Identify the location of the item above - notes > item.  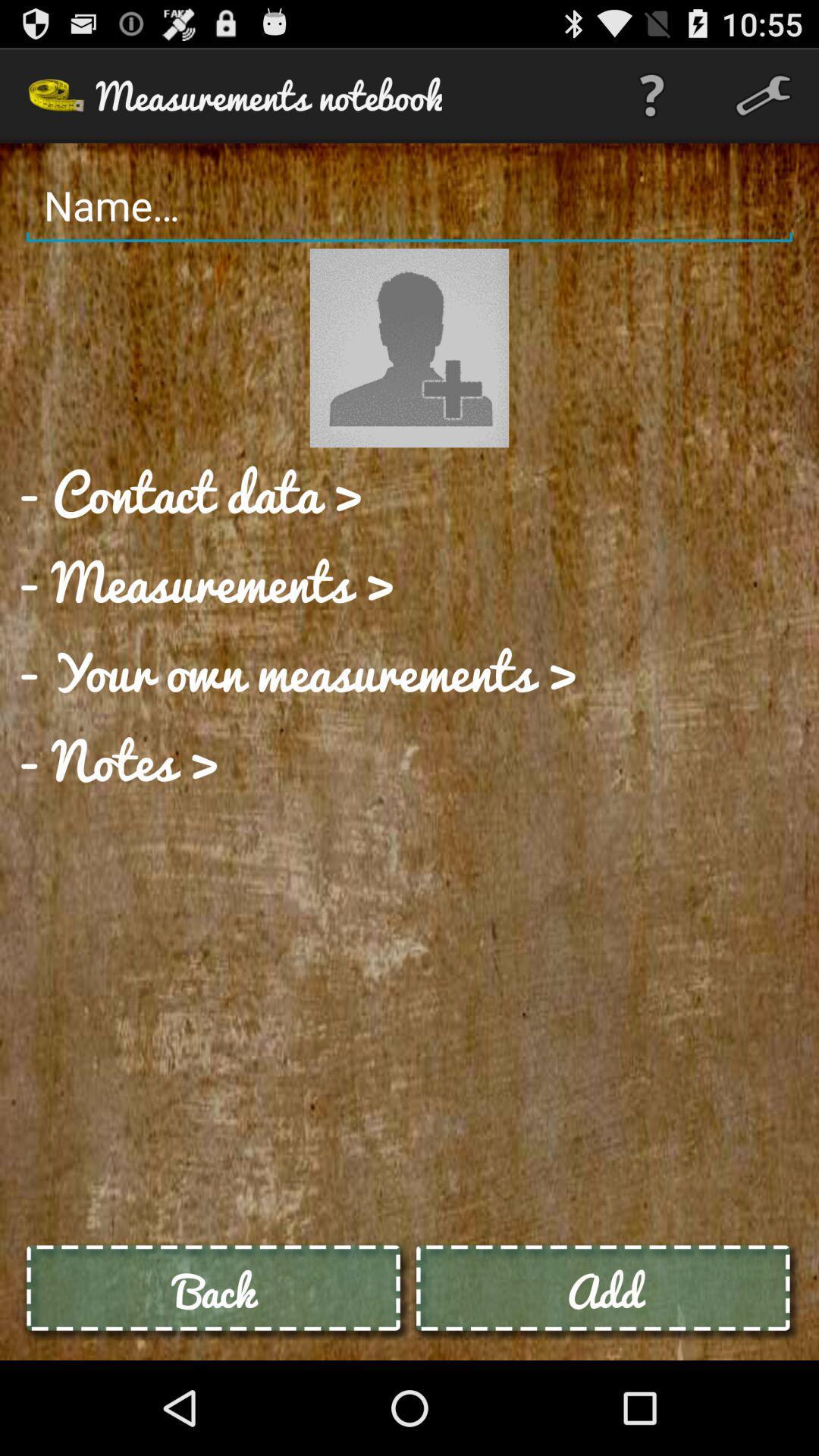
(298, 670).